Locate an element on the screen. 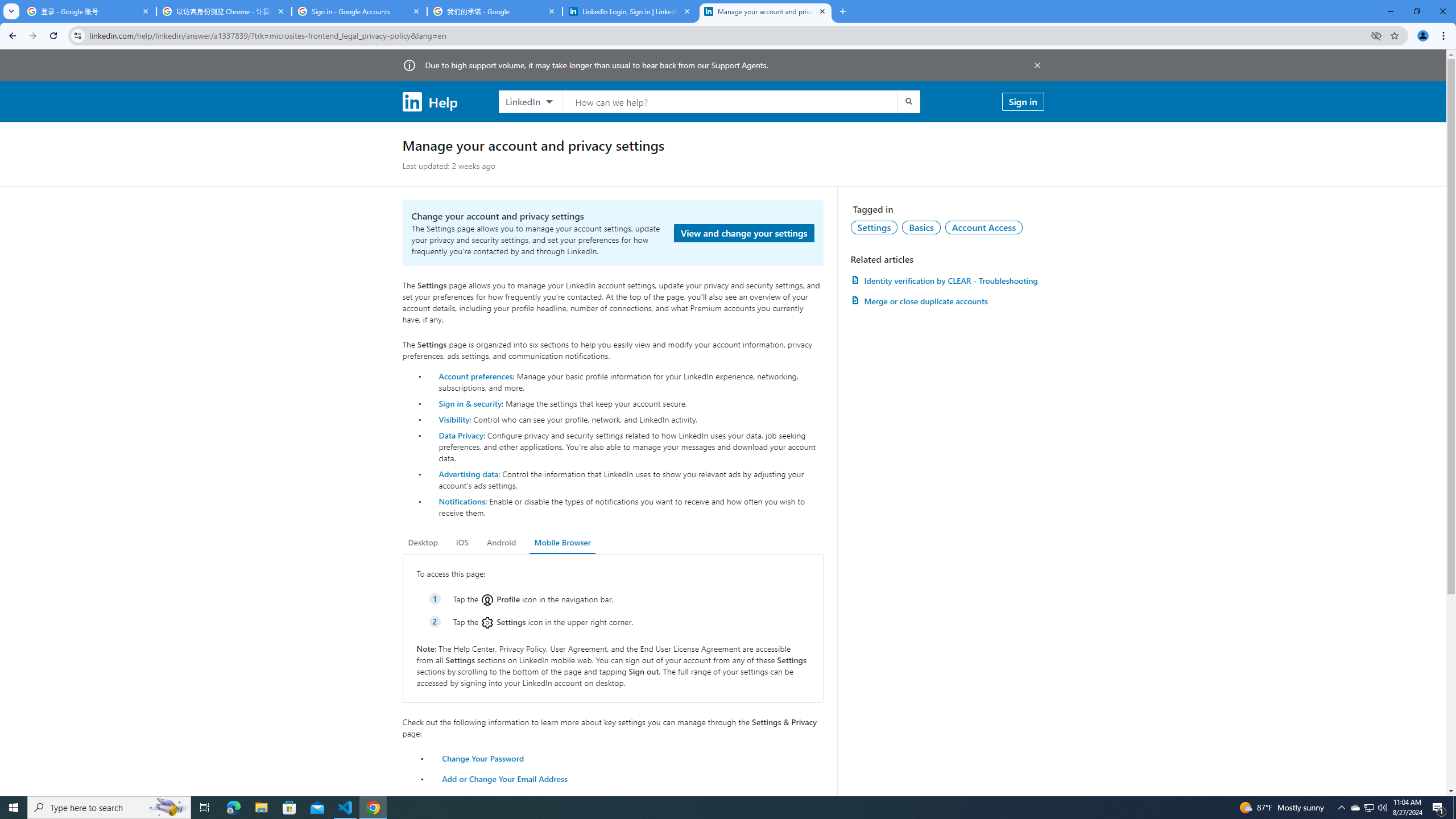 This screenshot has height=819, width=1456. 'iOS' is located at coordinates (461, 542).